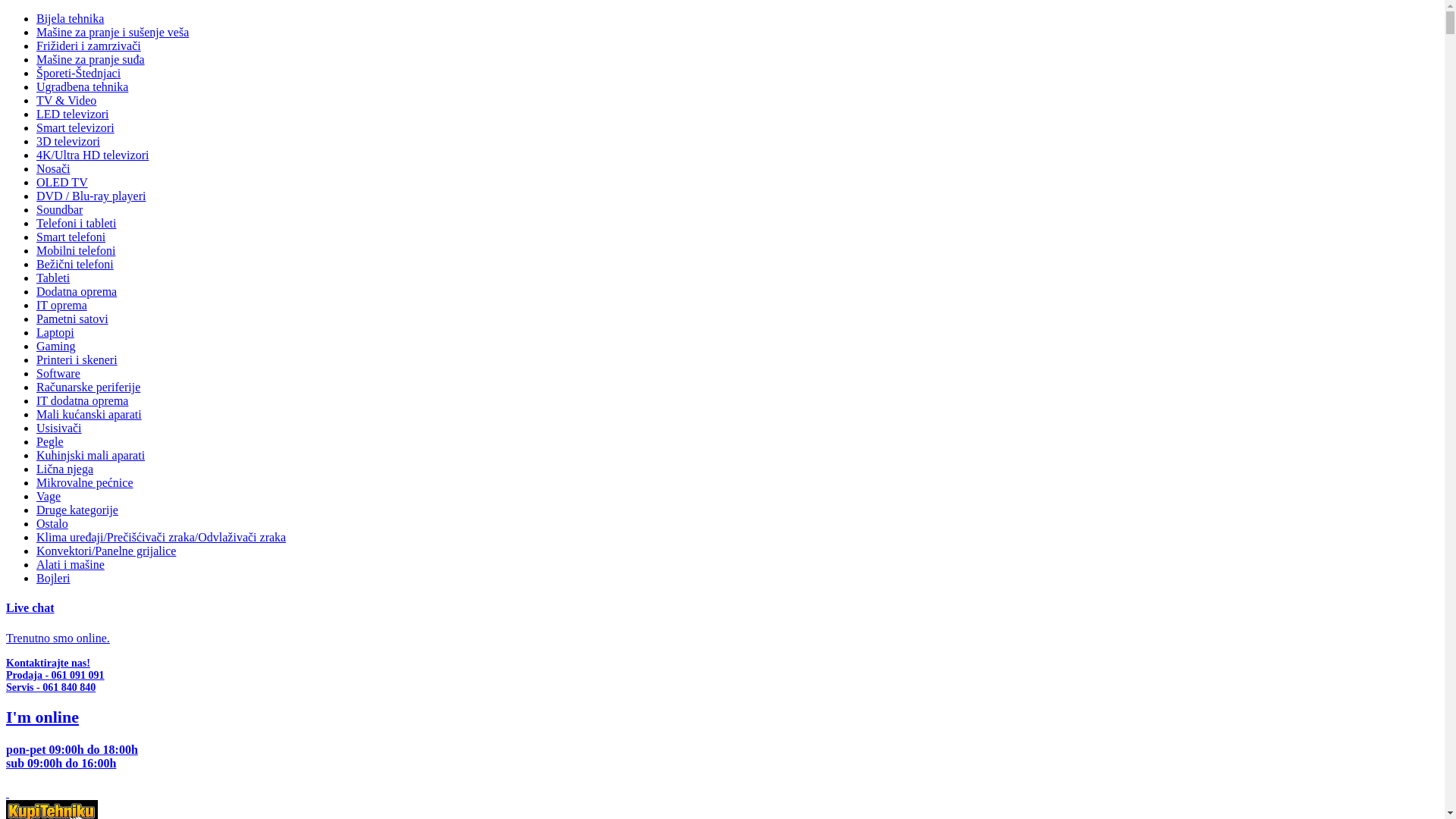  I want to click on 'TV & Video', so click(65, 100).